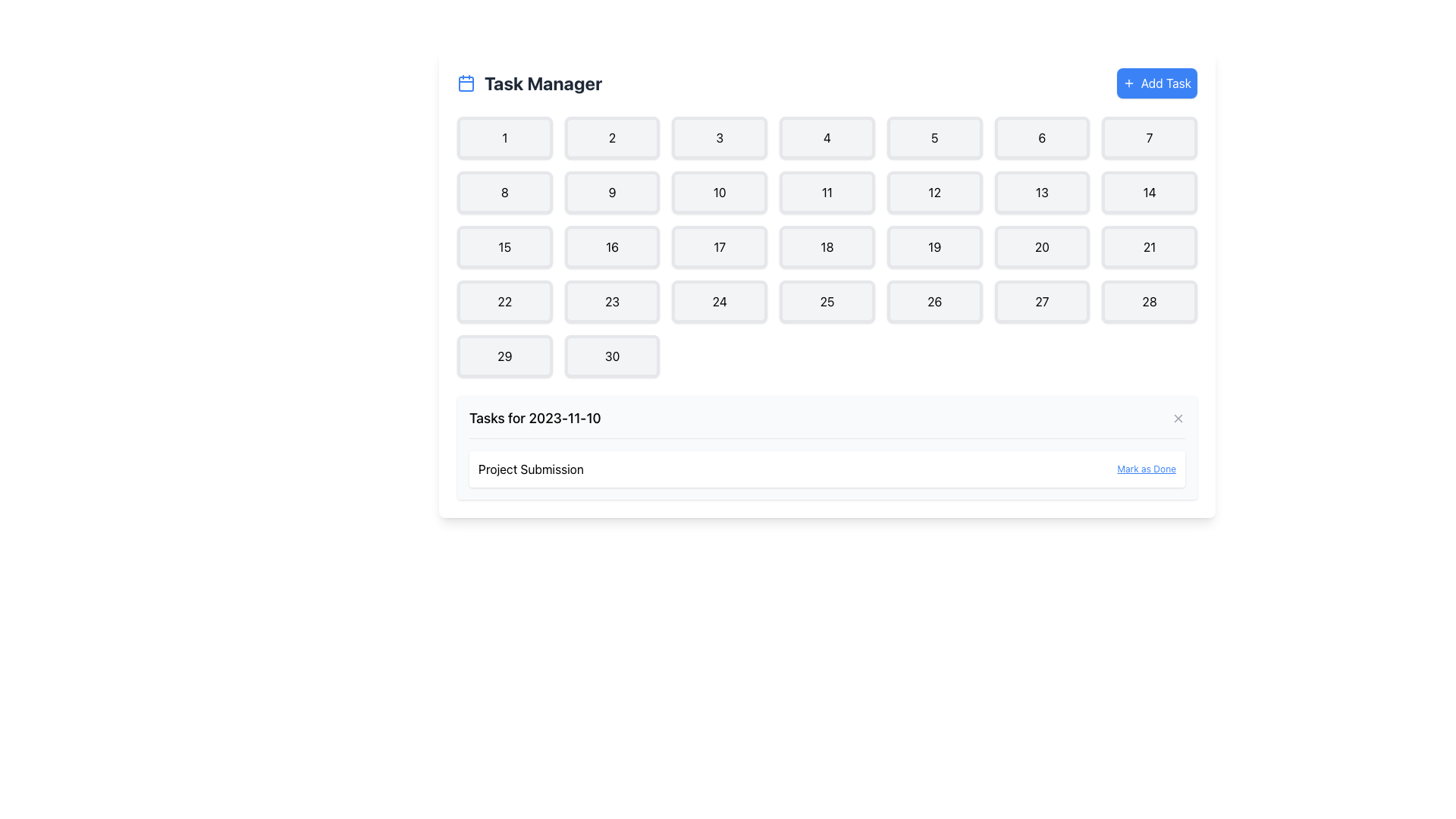 The width and height of the screenshot is (1456, 819). I want to click on the calendar icon with blue edges and fill, located next to the 'Task Manager' text label in the title bar, so click(465, 83).